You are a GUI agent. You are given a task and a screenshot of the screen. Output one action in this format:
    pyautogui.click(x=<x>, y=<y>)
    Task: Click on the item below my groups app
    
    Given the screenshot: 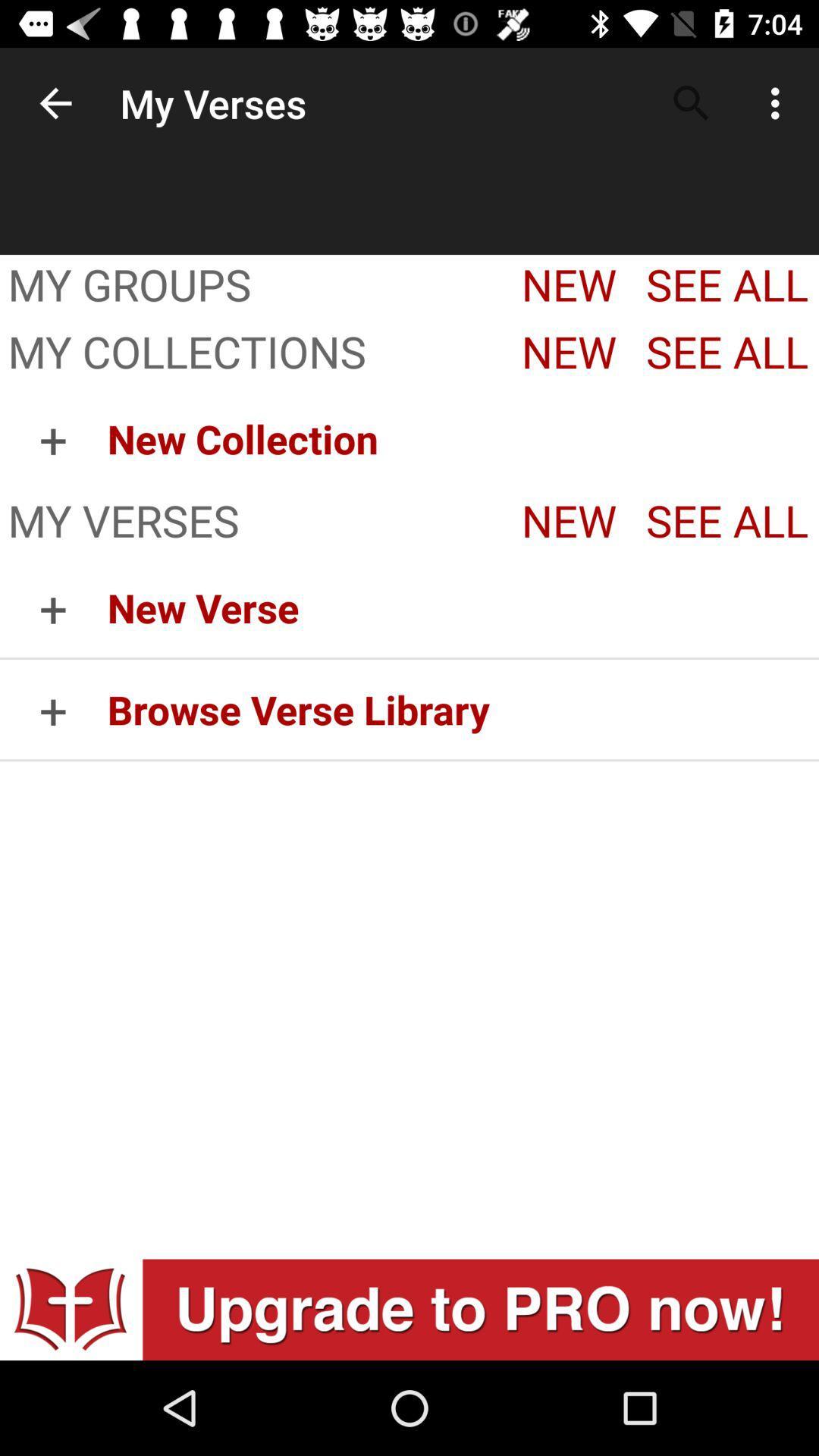 What is the action you would take?
    pyautogui.click(x=250, y=353)
    